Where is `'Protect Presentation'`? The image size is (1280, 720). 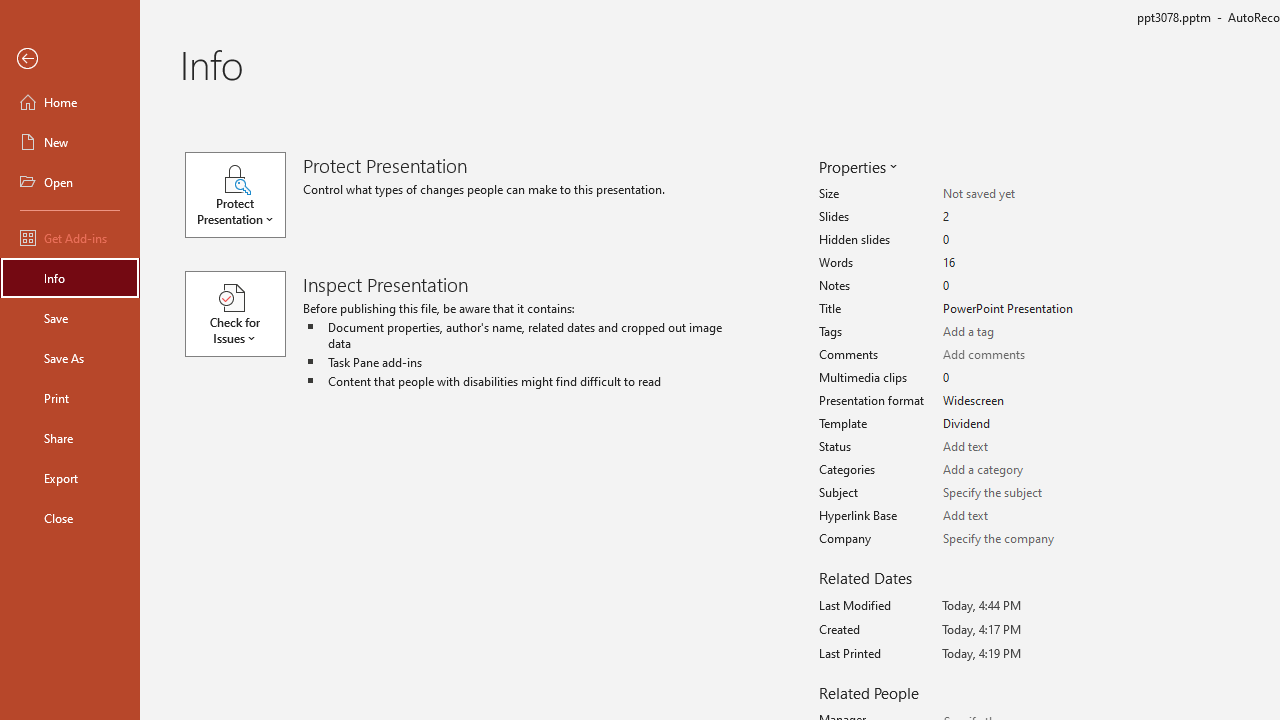 'Protect Presentation' is located at coordinates (243, 195).